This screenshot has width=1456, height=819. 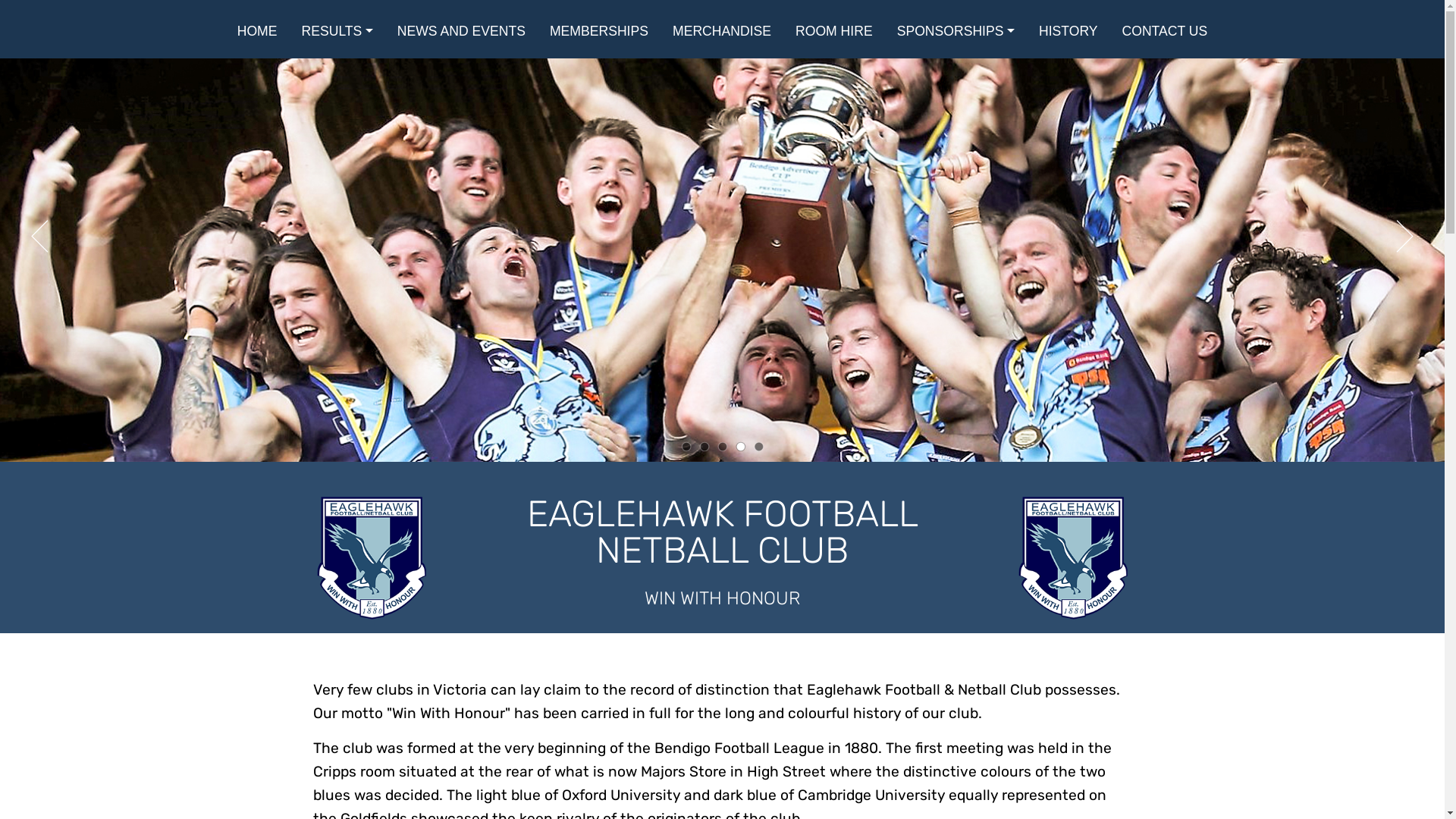 What do you see at coordinates (460, 31) in the screenshot?
I see `'NEWS AND EVENTS'` at bounding box center [460, 31].